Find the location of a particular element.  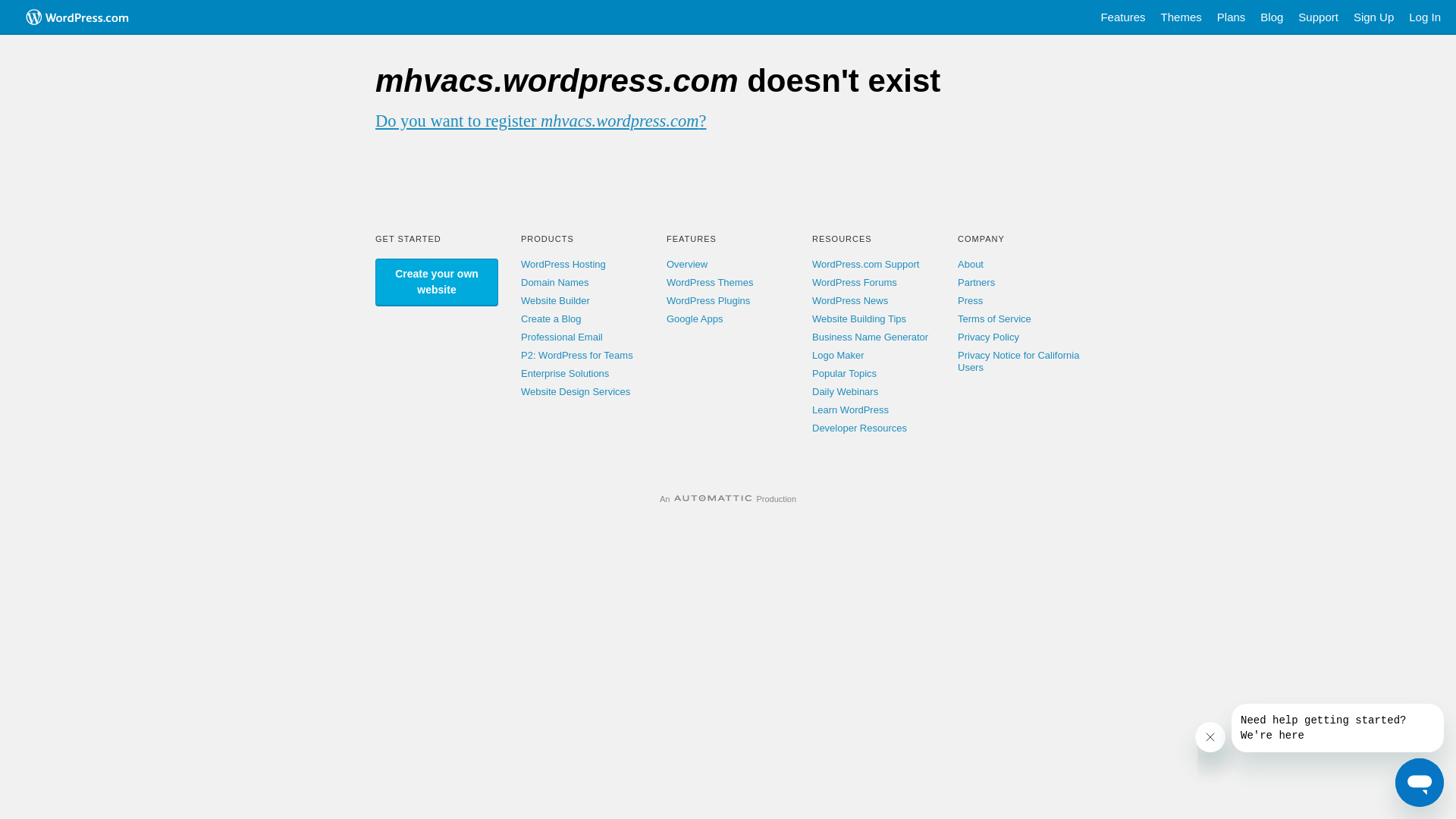

'Partners' is located at coordinates (976, 282).